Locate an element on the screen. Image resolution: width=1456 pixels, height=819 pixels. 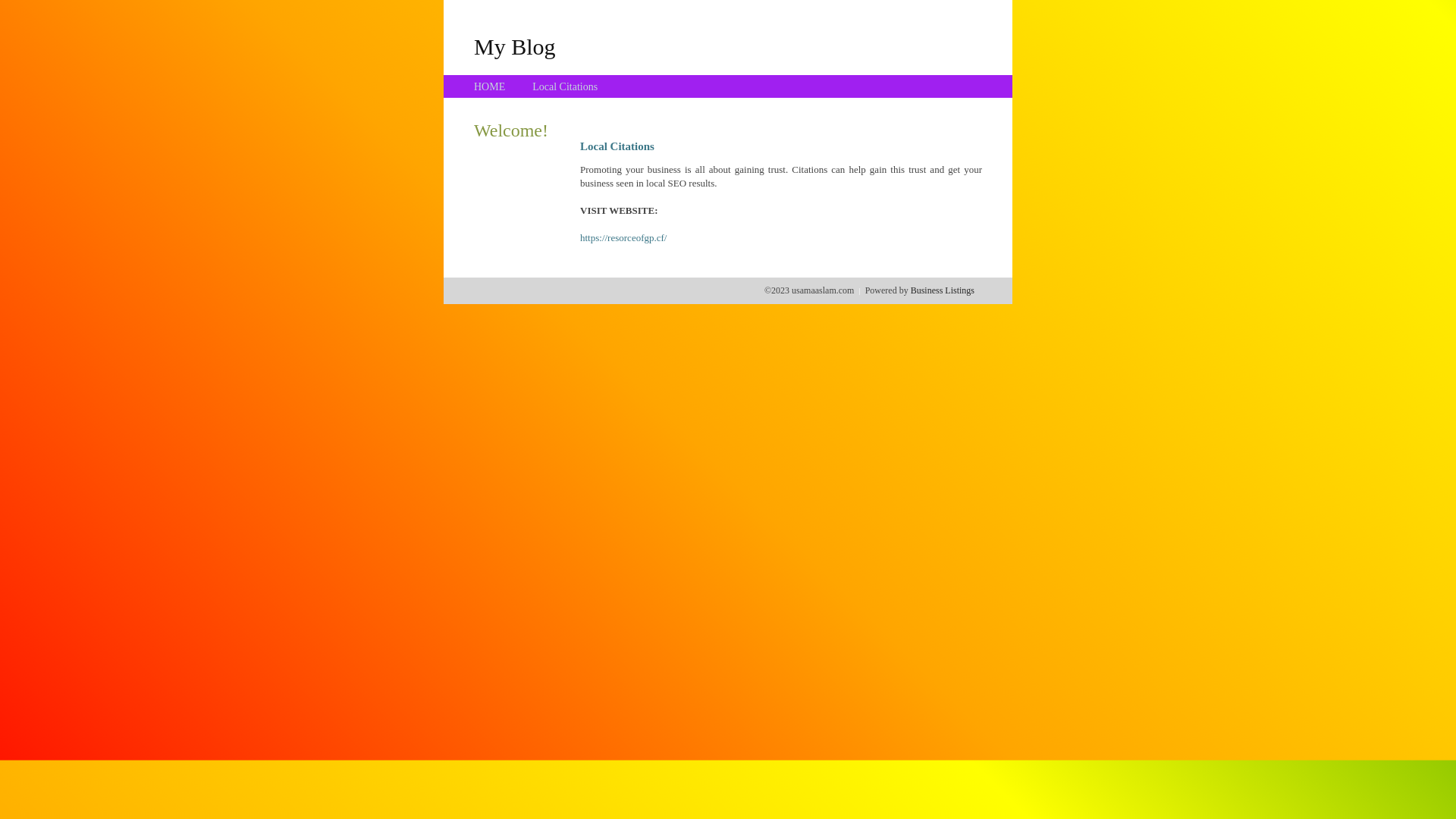
'HOME' is located at coordinates (489, 86).